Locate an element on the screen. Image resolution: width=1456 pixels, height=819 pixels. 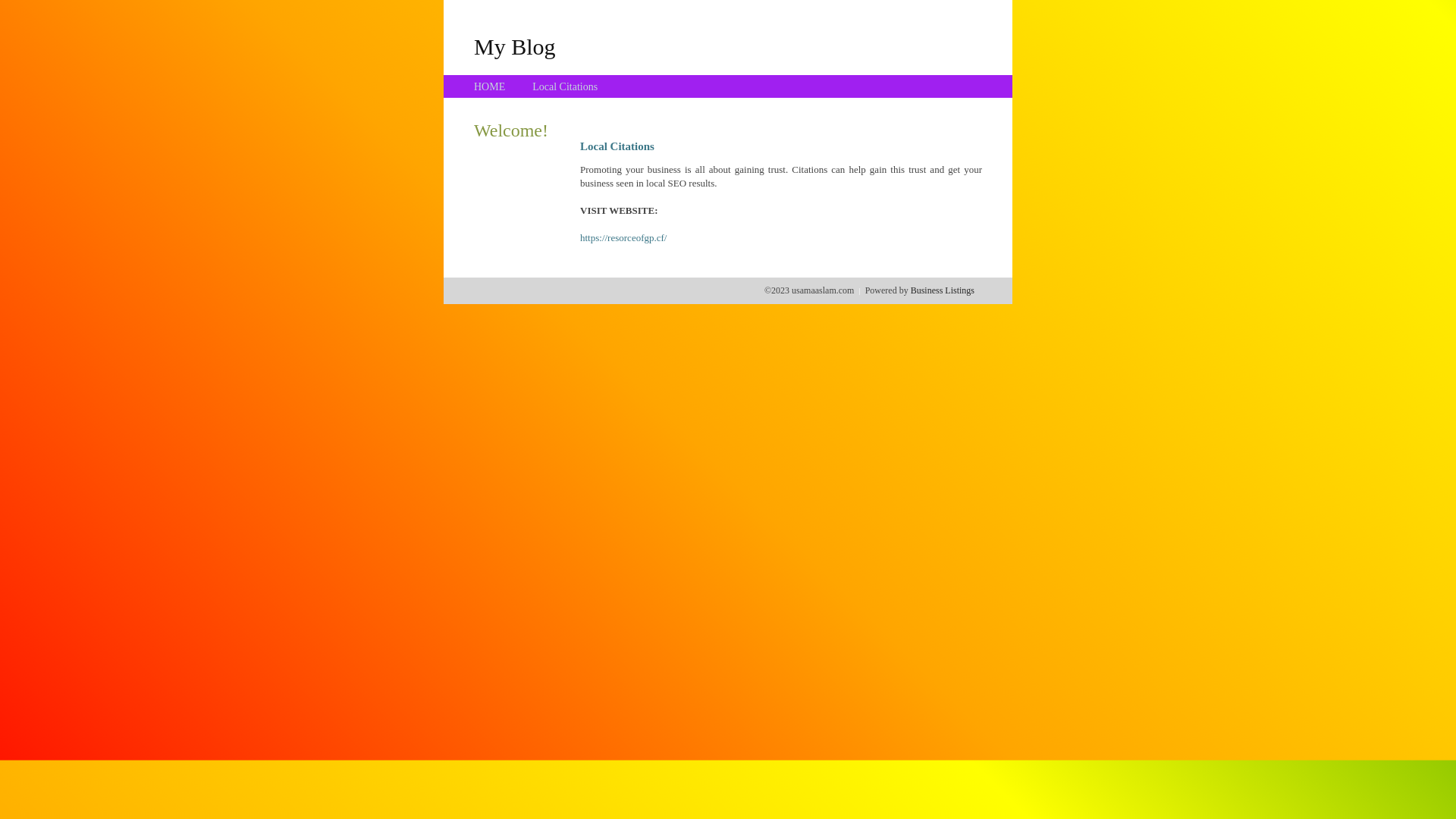
'HOME' is located at coordinates (489, 86).